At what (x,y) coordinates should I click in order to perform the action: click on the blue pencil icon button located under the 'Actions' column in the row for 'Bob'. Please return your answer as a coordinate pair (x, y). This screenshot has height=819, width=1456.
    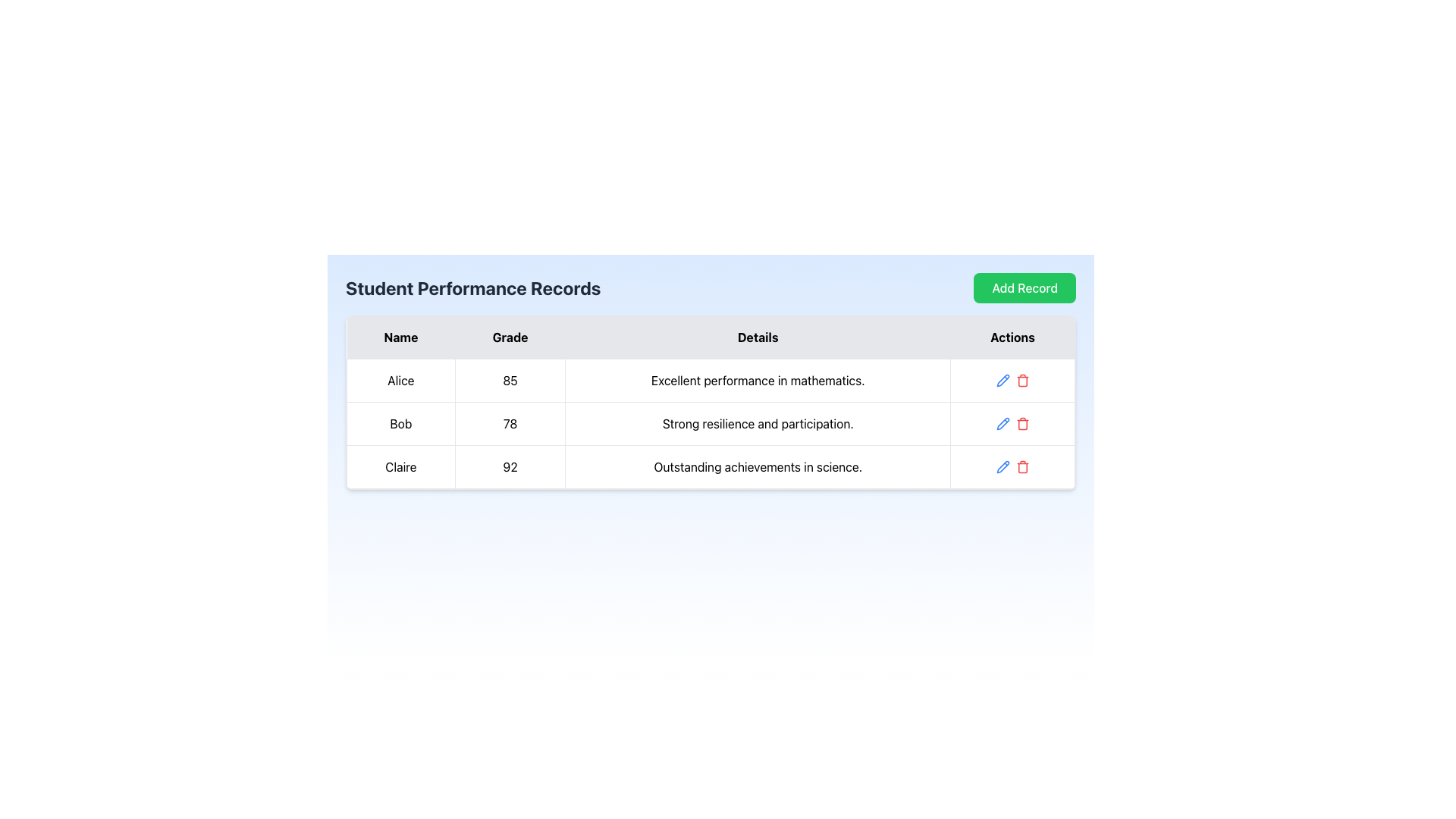
    Looking at the image, I should click on (1003, 379).